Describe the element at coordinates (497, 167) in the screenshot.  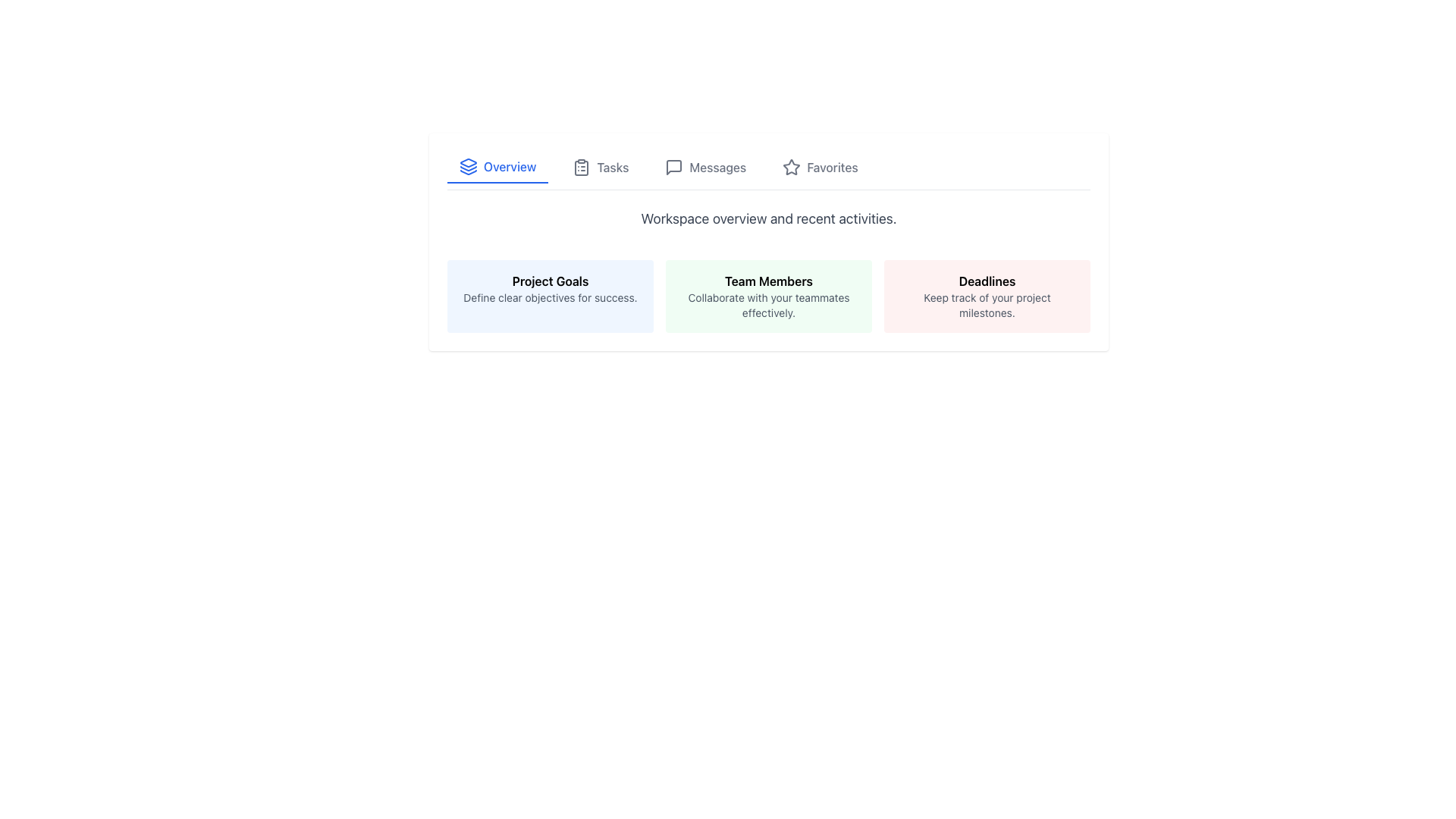
I see `the 'Overview' navigation tab located at the top-left of the tab navigation bar` at that location.